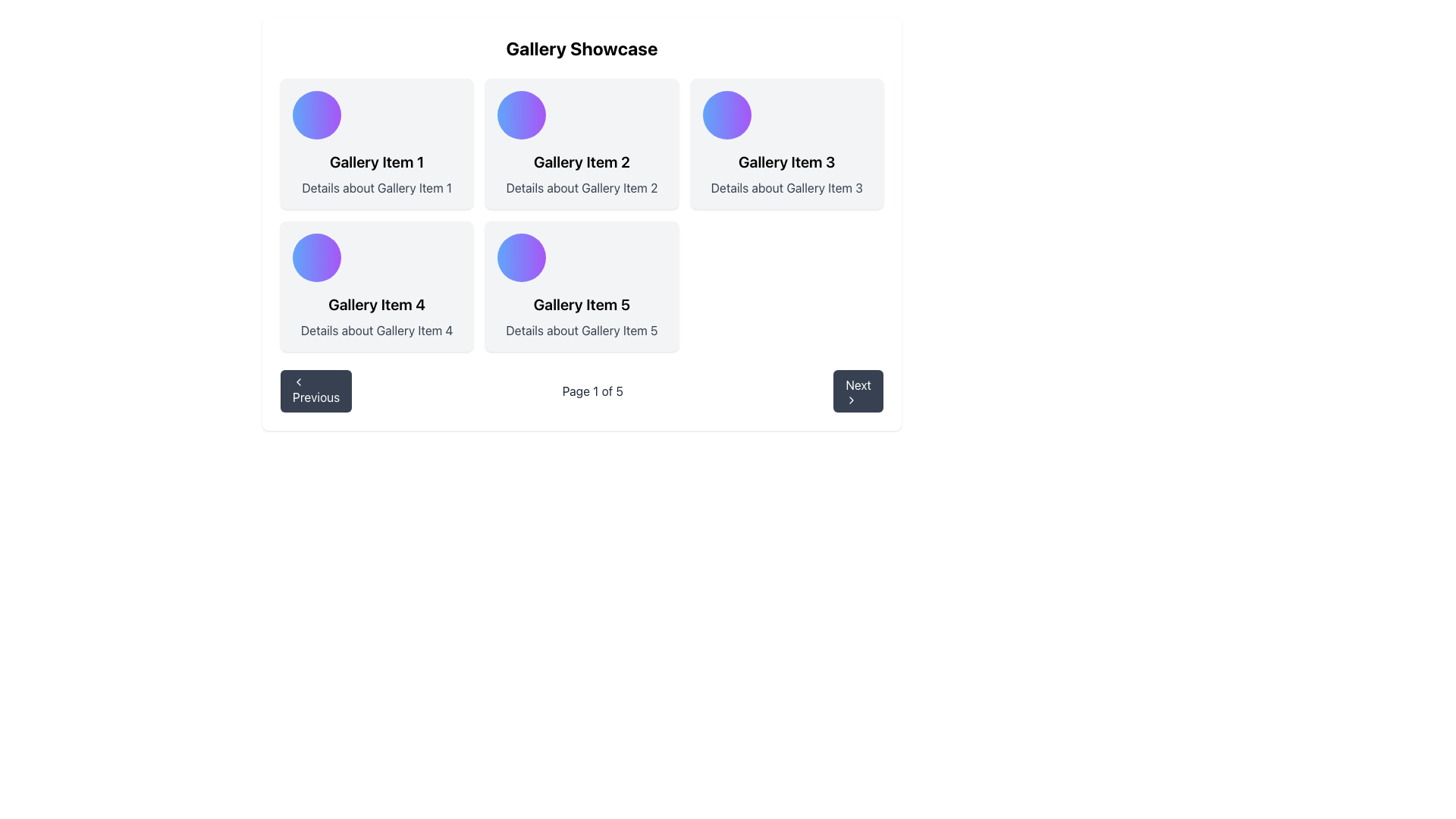  What do you see at coordinates (377, 187) in the screenshot?
I see `the gray text block containing the phrase 'Details about Gallery Item 1', which is located directly below the 'Gallery Item 1' title in the top-left card of the gallery grid layout` at bounding box center [377, 187].